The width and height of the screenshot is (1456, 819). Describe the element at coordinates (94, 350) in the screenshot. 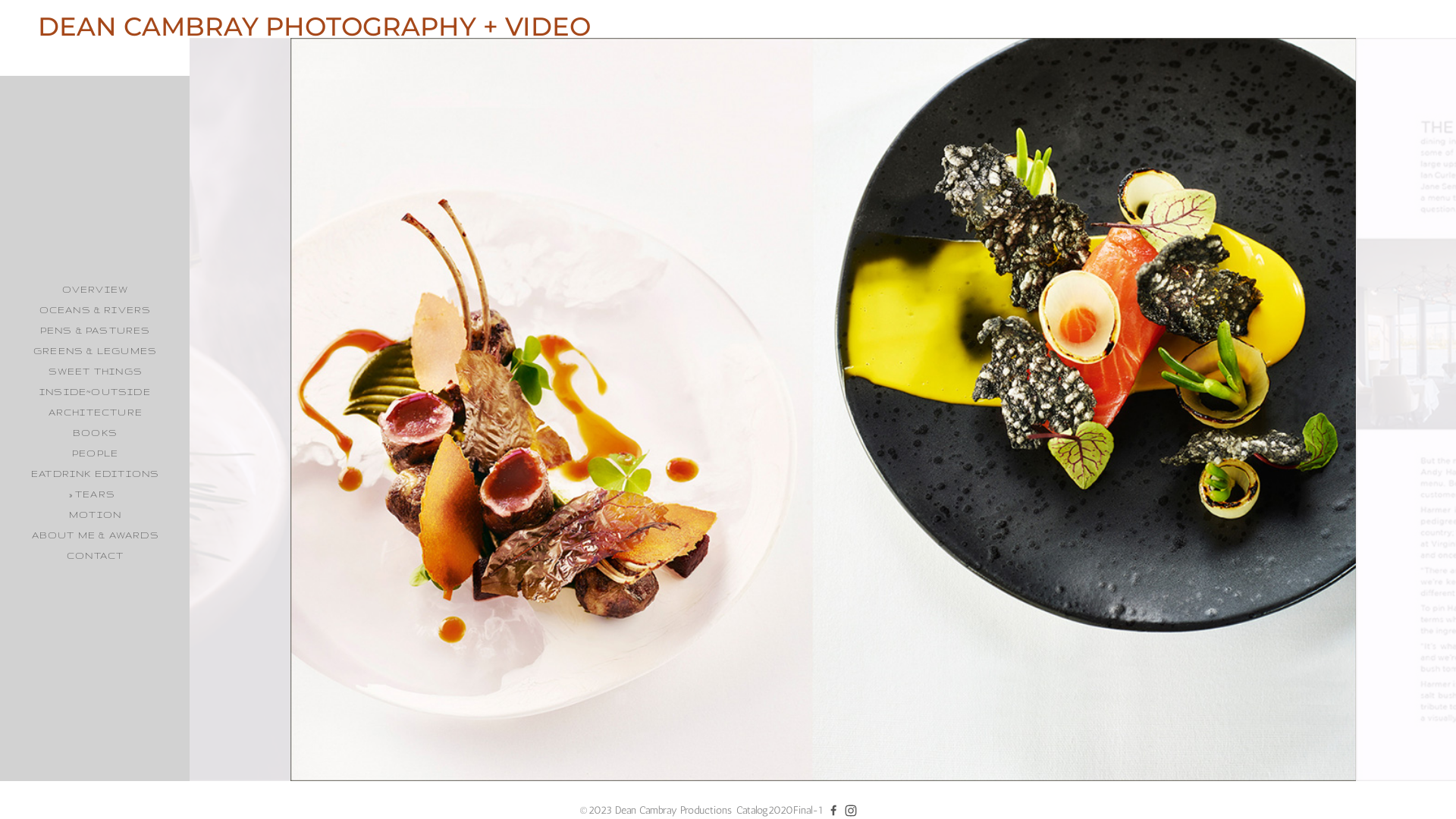

I see `'GREENS & LEGUMES'` at that location.